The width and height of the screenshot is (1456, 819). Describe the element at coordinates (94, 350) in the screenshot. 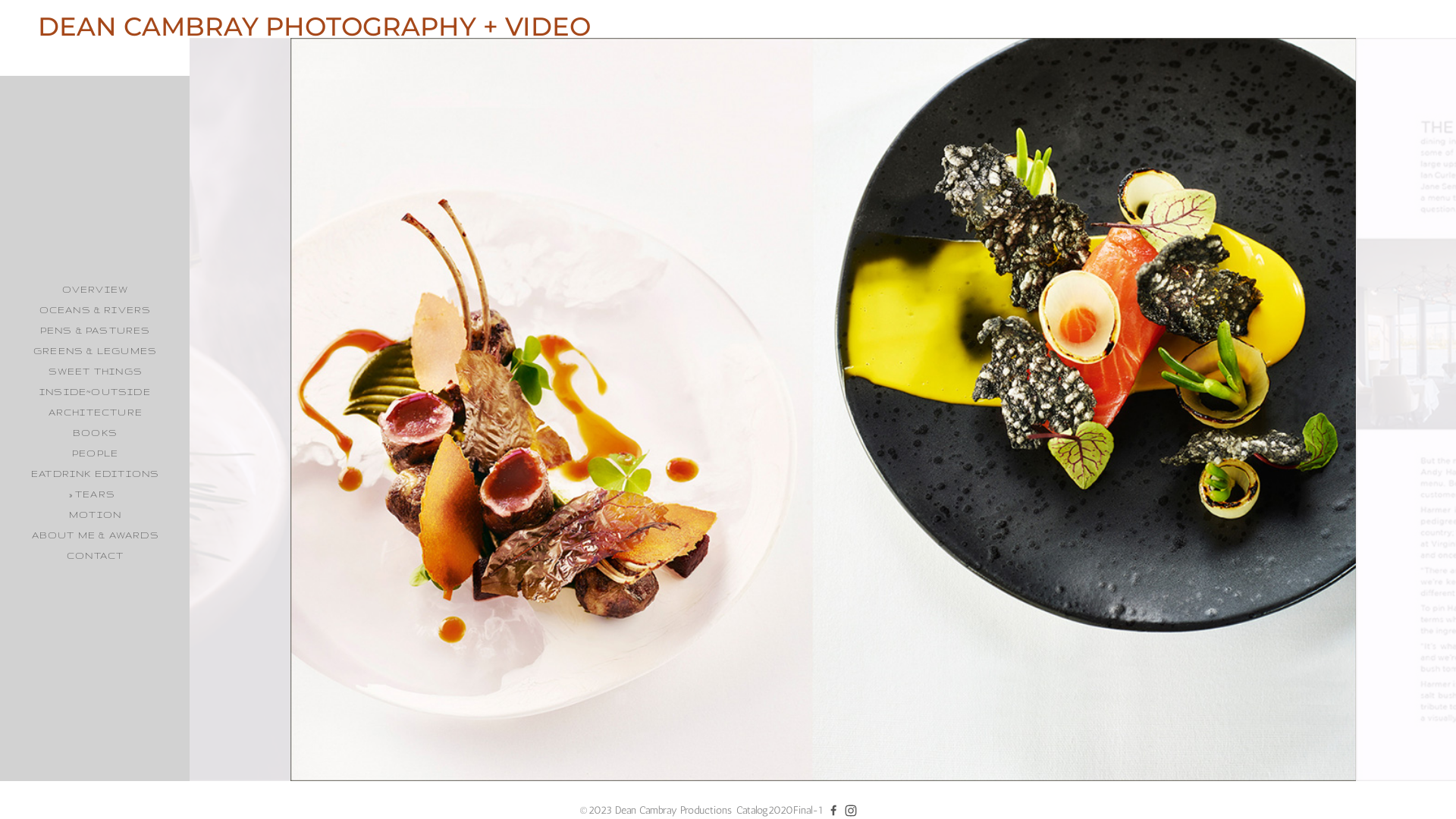

I see `'GREENS & LEGUMES'` at that location.